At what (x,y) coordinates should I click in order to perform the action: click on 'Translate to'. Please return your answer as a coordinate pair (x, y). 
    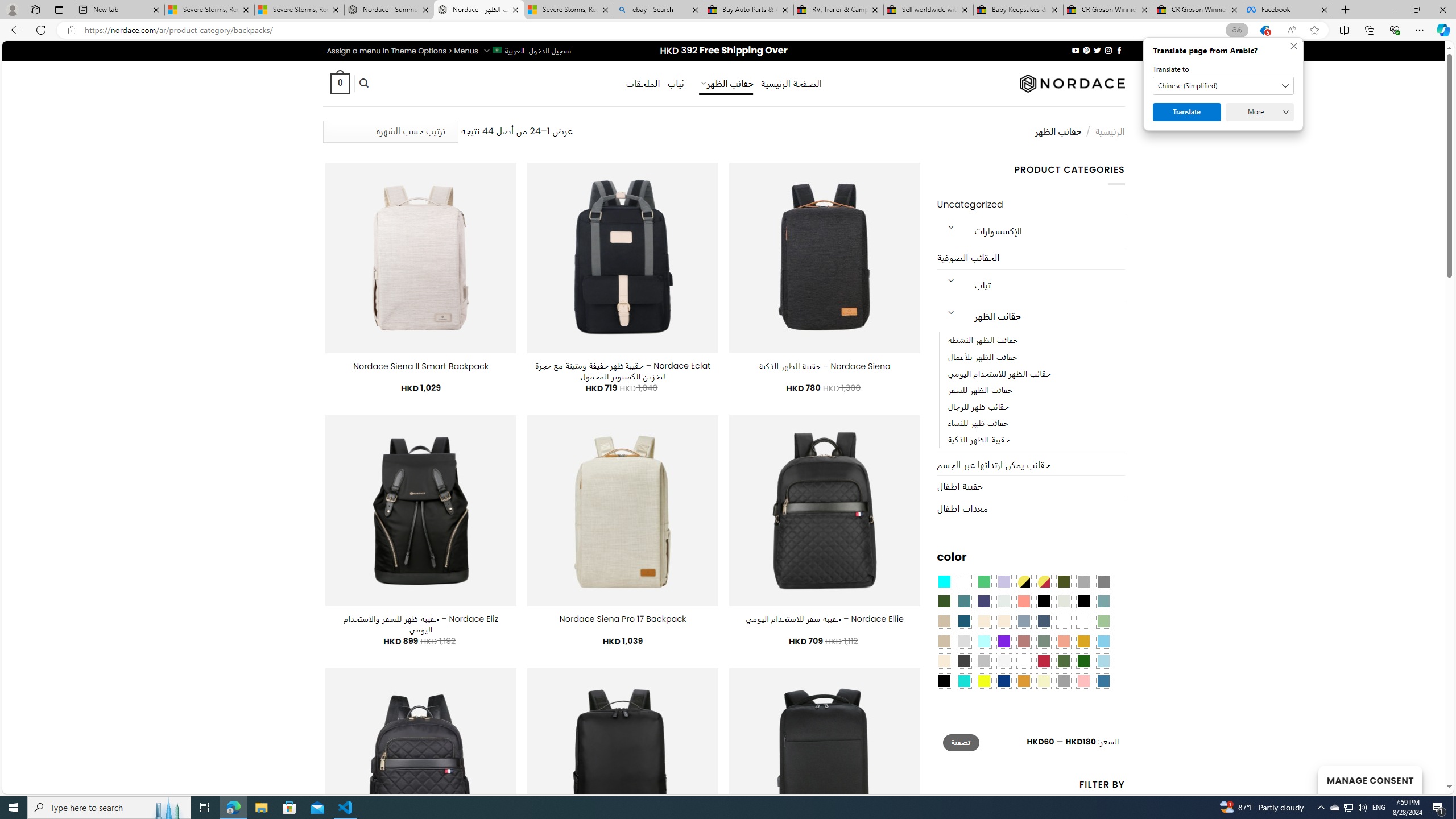
    Looking at the image, I should click on (1223, 85).